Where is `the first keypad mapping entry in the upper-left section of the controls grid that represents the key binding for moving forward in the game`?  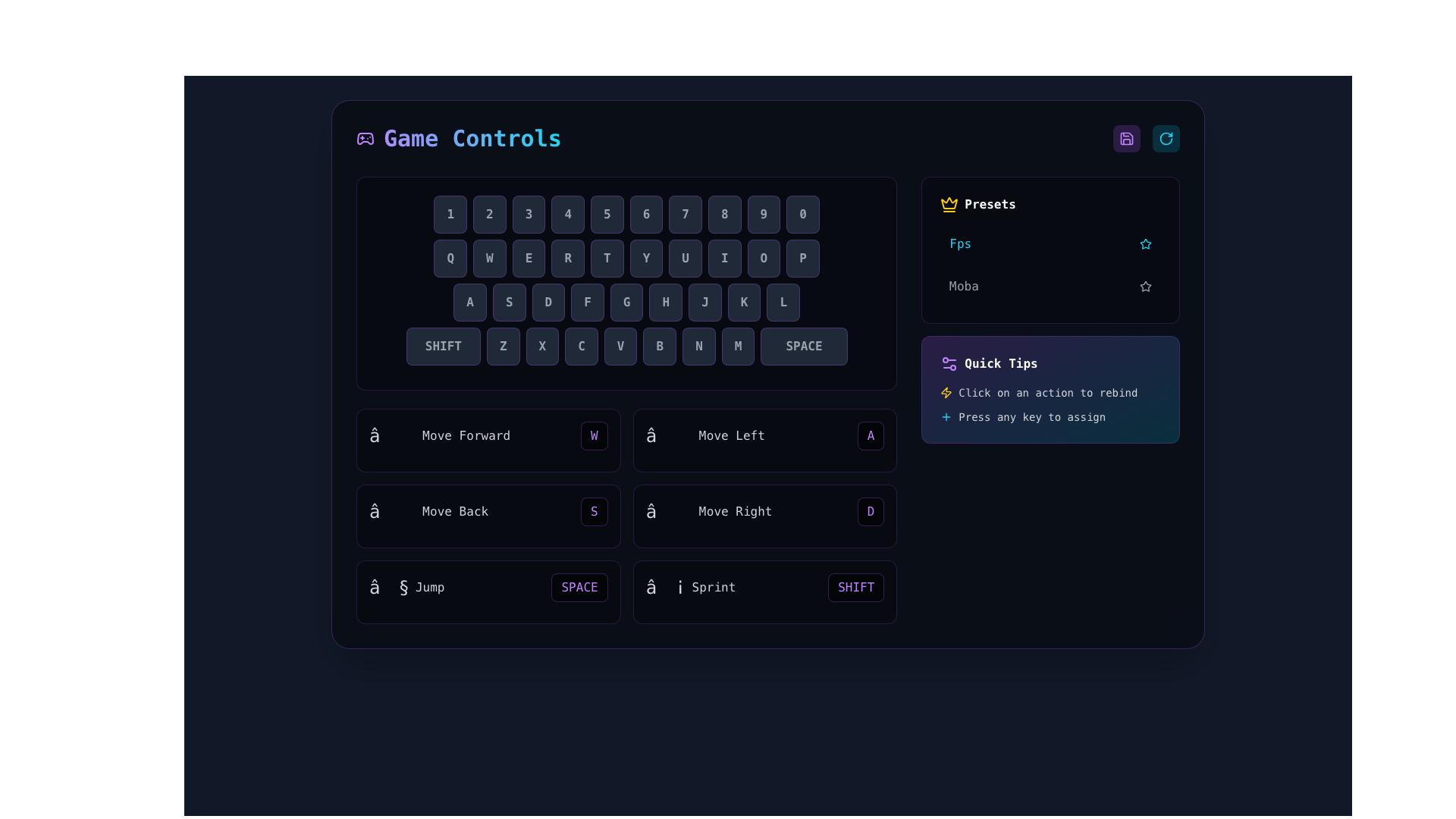
the first keypad mapping entry in the upper-left section of the controls grid that represents the key binding for moving forward in the game is located at coordinates (488, 441).